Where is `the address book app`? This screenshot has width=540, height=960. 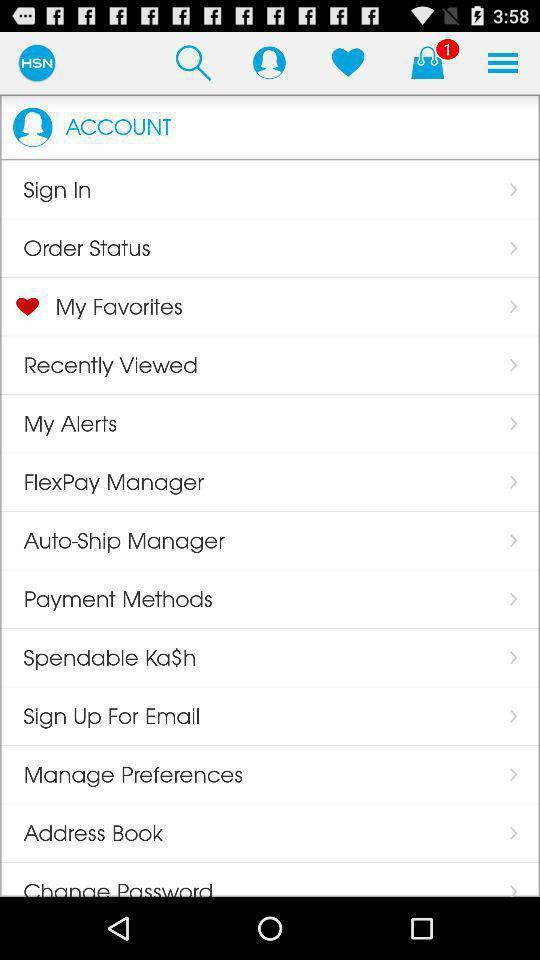 the address book app is located at coordinates (80, 833).